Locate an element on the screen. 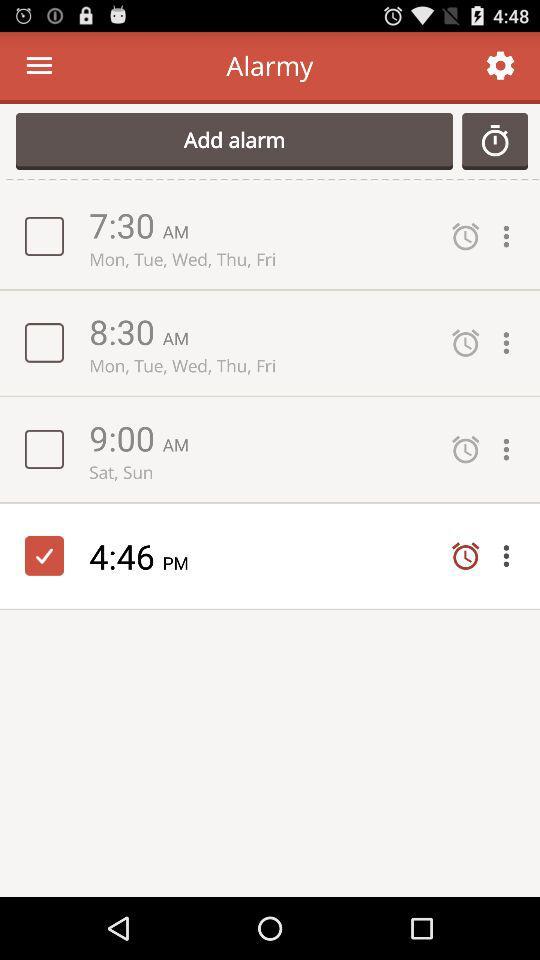 The image size is (540, 960). item to the left of pm is located at coordinates (125, 556).